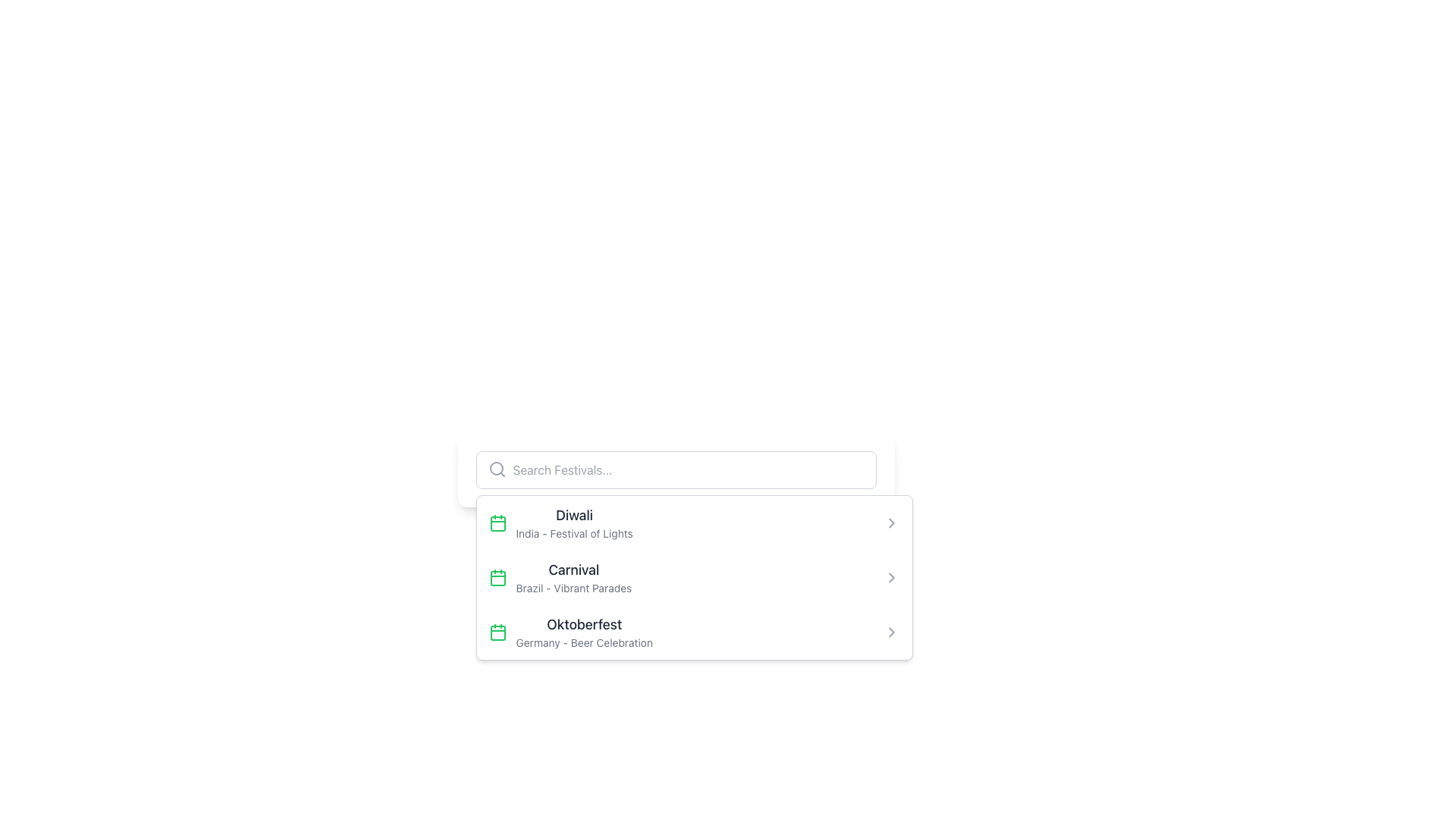  What do you see at coordinates (497, 468) in the screenshot?
I see `styling of the magnifying glass icon, which is gray and located to the left of the text input field in the search bar` at bounding box center [497, 468].